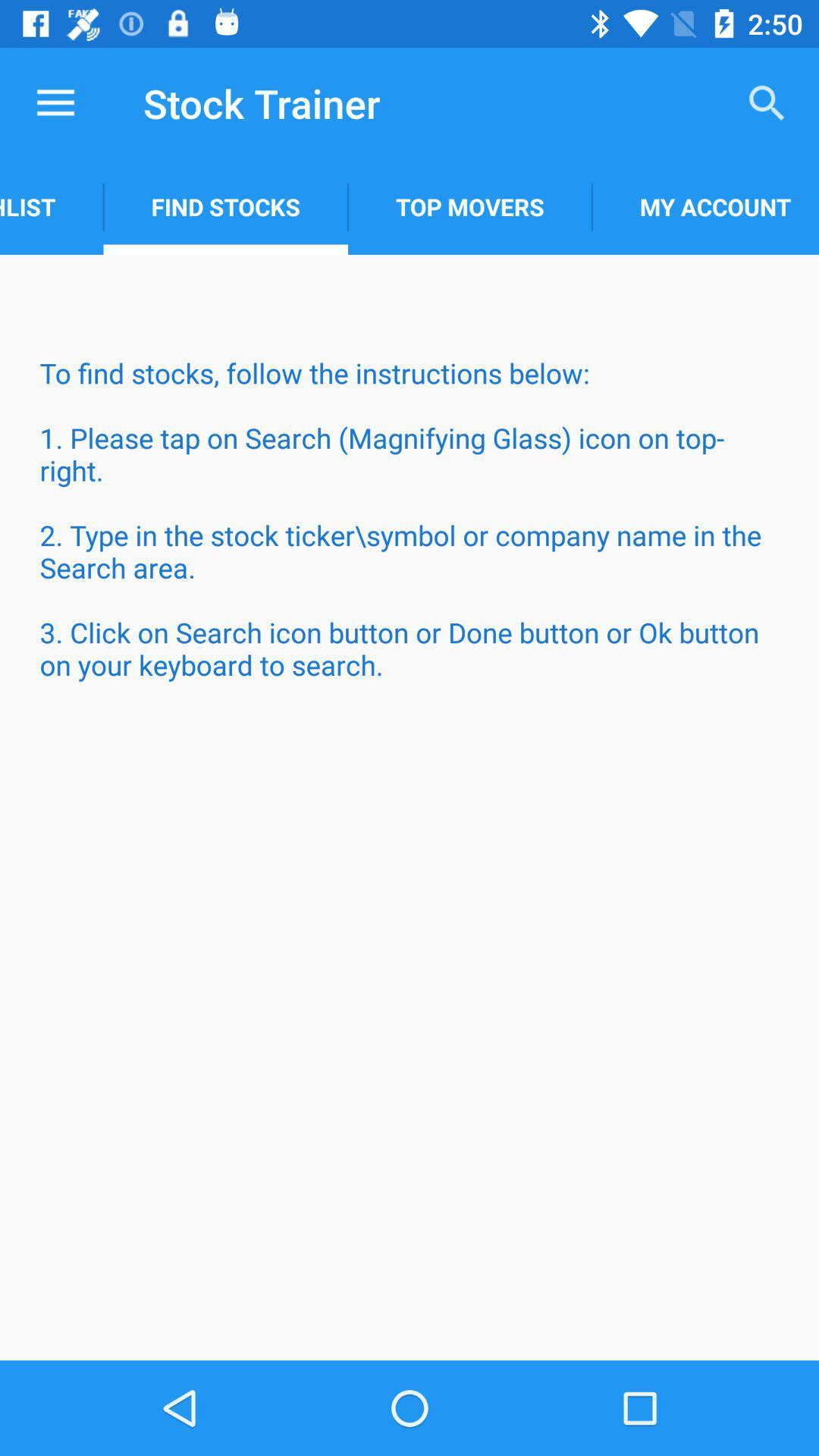 The height and width of the screenshot is (1456, 819). I want to click on item to the left of my account app, so click(469, 206).